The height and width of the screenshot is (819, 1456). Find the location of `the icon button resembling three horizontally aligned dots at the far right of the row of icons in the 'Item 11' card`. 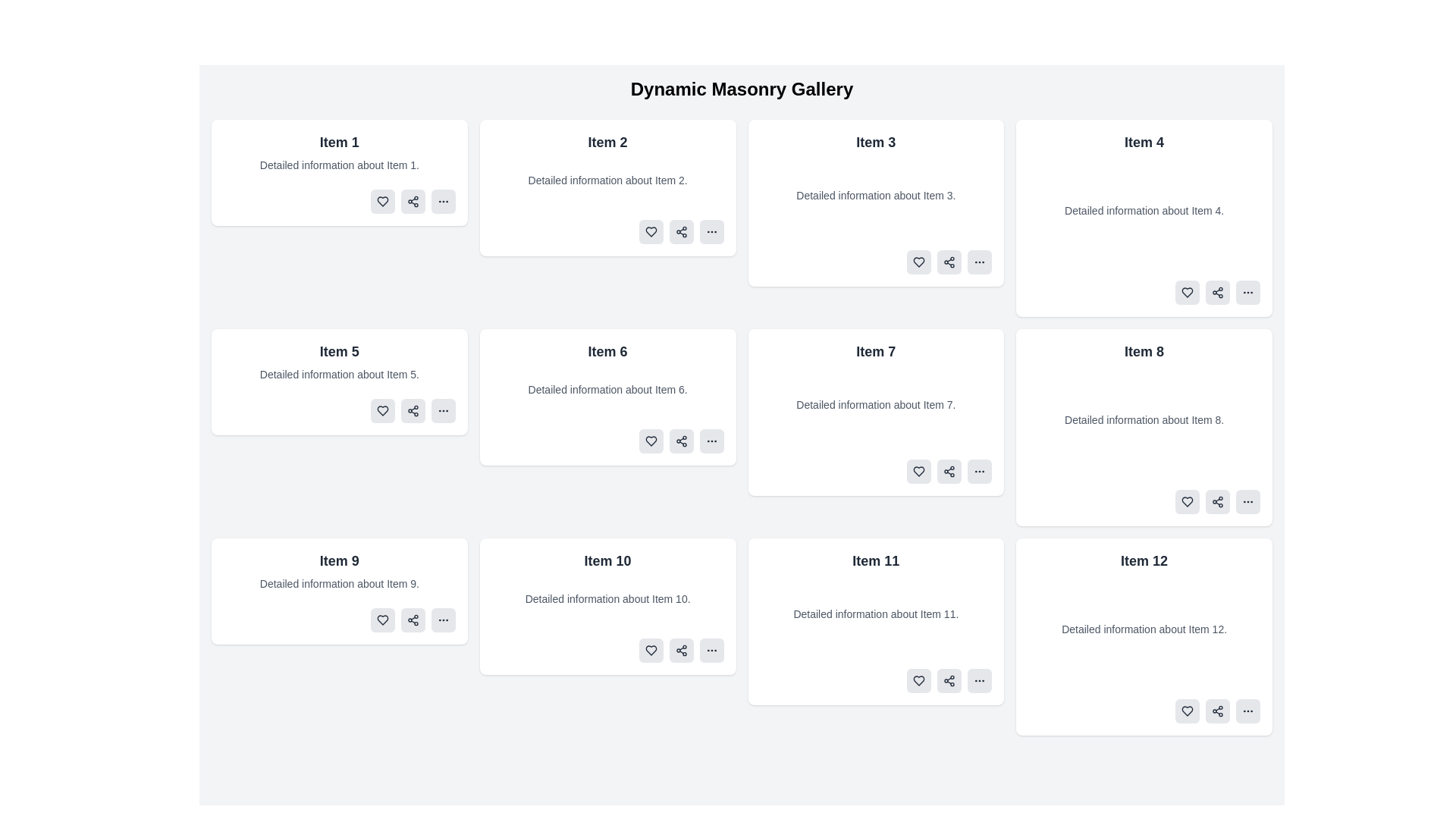

the icon button resembling three horizontally aligned dots at the far right of the row of icons in the 'Item 11' card is located at coordinates (980, 680).